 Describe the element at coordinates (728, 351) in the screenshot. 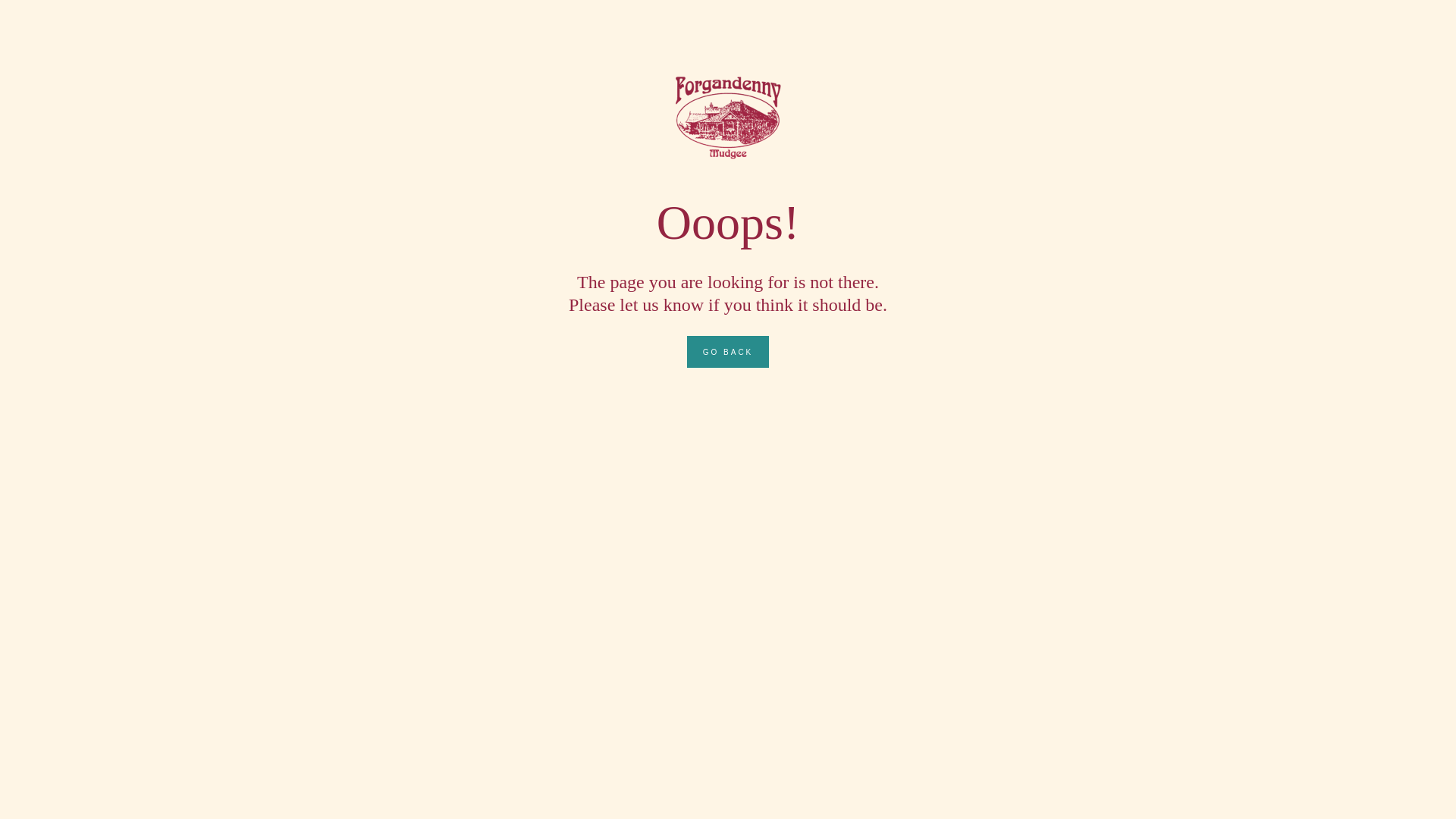

I see `'GO BACK'` at that location.